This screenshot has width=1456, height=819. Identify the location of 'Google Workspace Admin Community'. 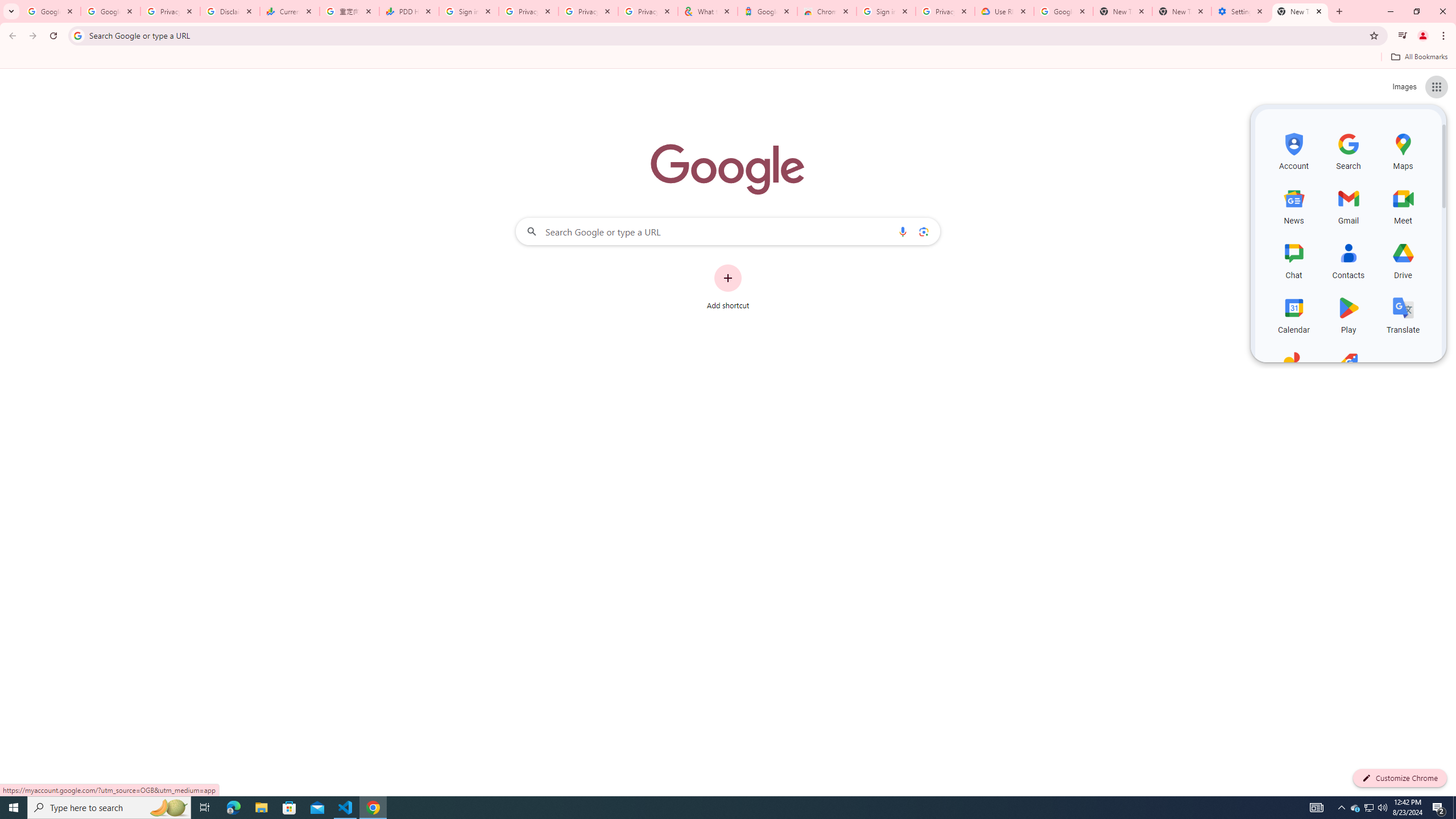
(51, 11).